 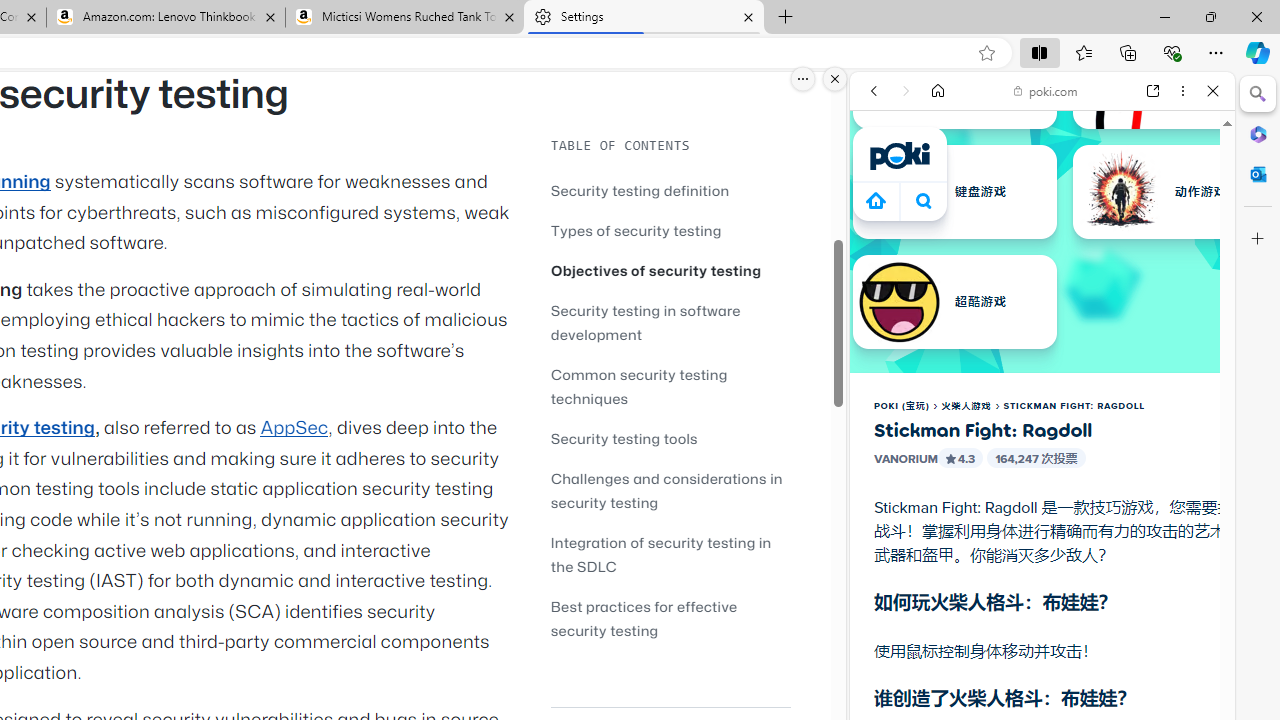 What do you see at coordinates (623, 437) in the screenshot?
I see `'Security testing tools'` at bounding box center [623, 437].